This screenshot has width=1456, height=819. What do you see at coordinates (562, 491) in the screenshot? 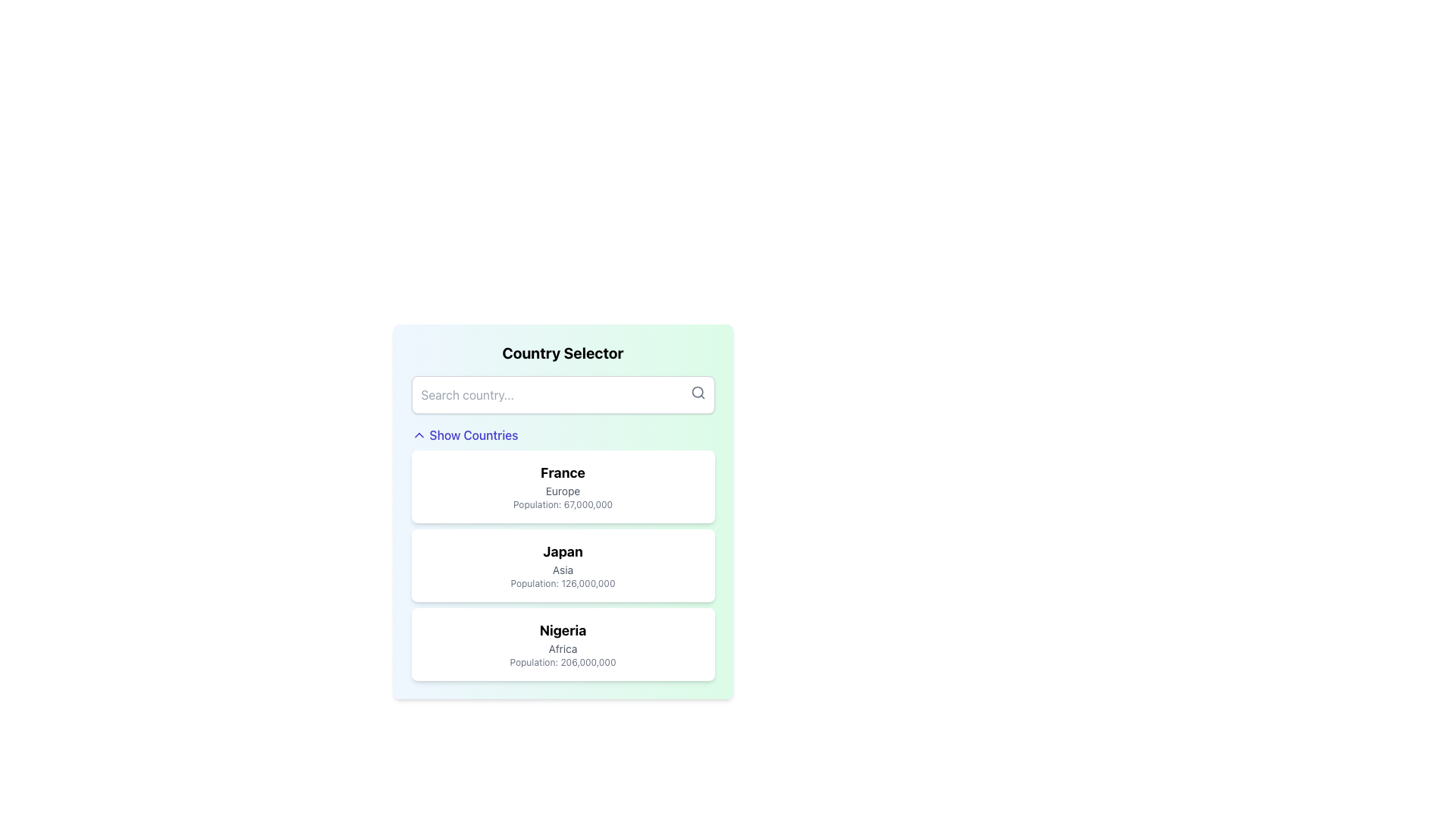
I see `the static text display indicating the continent associated with France, positioned between the title 'France' and the population information 'Population: 67,000,000'` at bounding box center [562, 491].